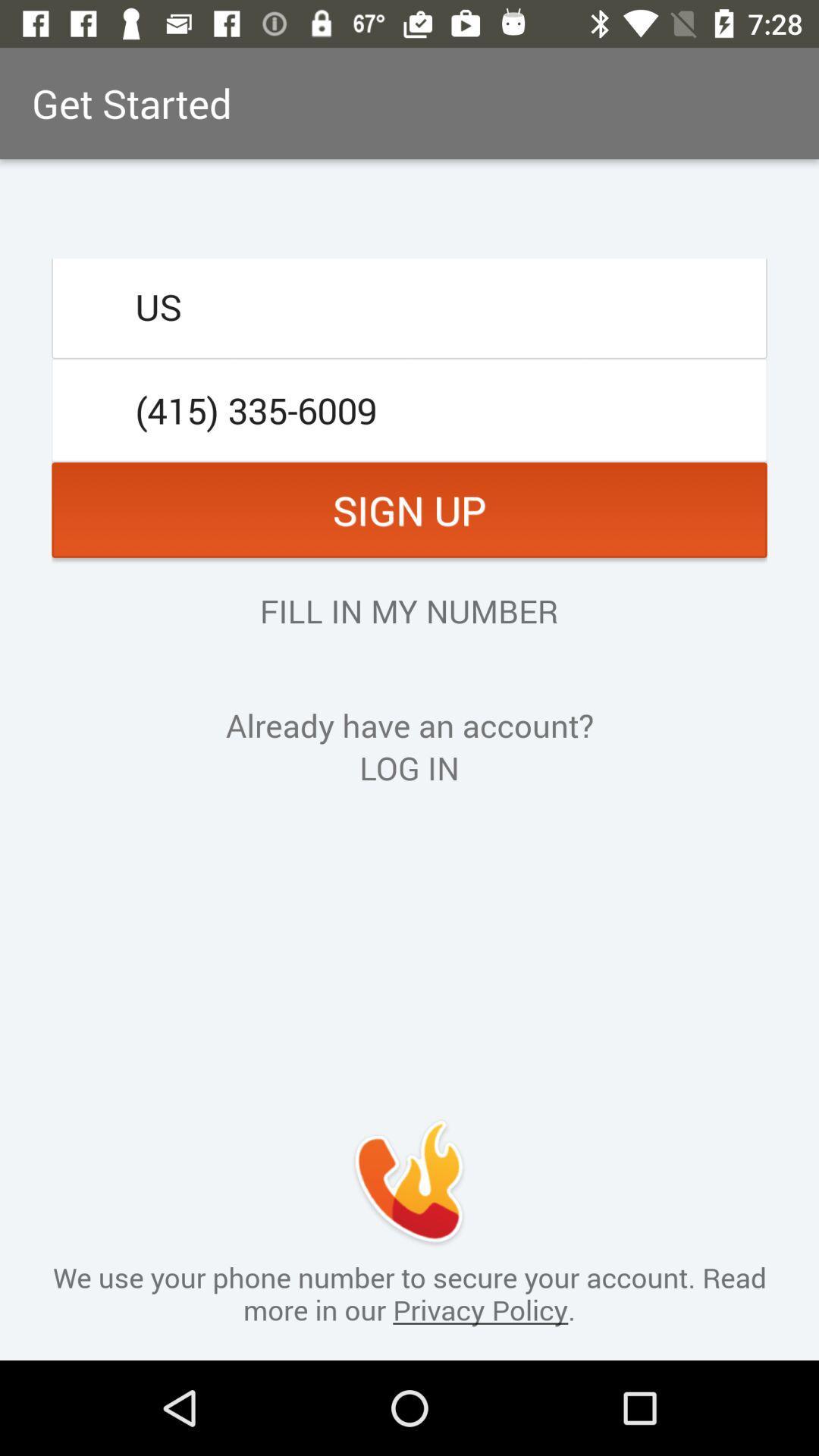  What do you see at coordinates (409, 510) in the screenshot?
I see `item above the fill in my item` at bounding box center [409, 510].